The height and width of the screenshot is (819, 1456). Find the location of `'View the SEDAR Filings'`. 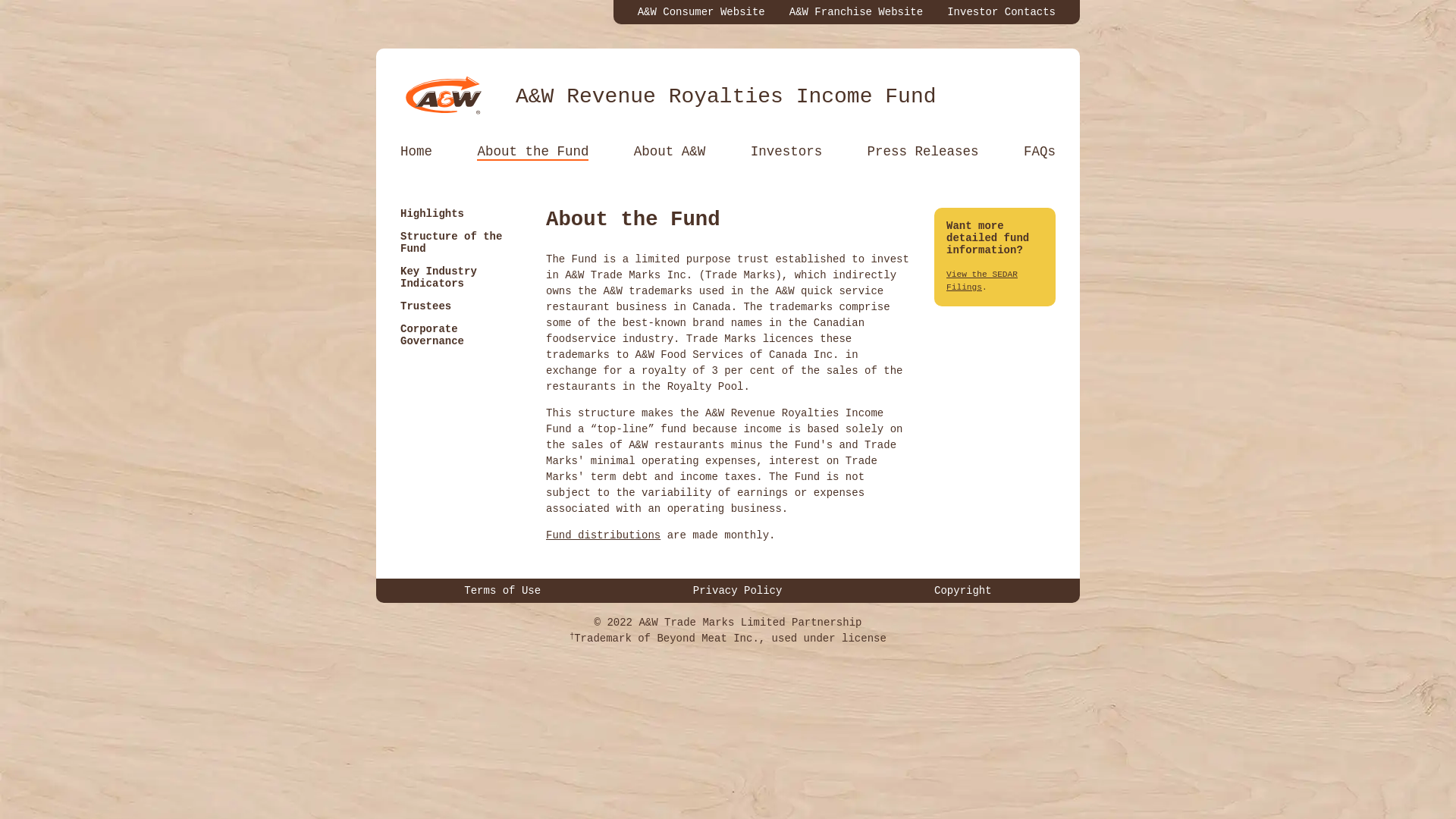

'View the SEDAR Filings' is located at coordinates (982, 281).